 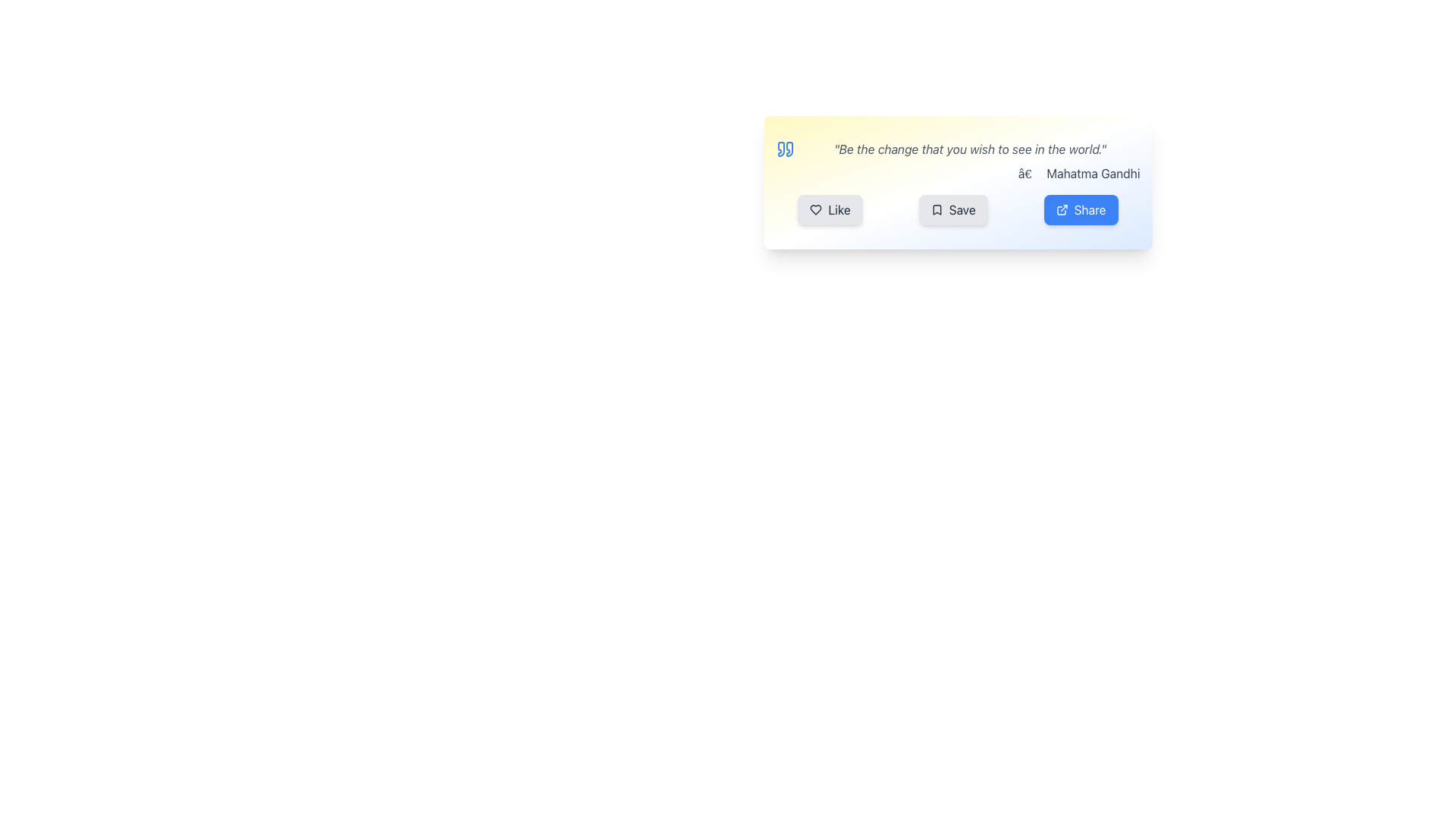 What do you see at coordinates (830, 210) in the screenshot?
I see `the 'Like' button, which is the first button in a row of vertically aligned buttons near the top left, to change its color` at bounding box center [830, 210].